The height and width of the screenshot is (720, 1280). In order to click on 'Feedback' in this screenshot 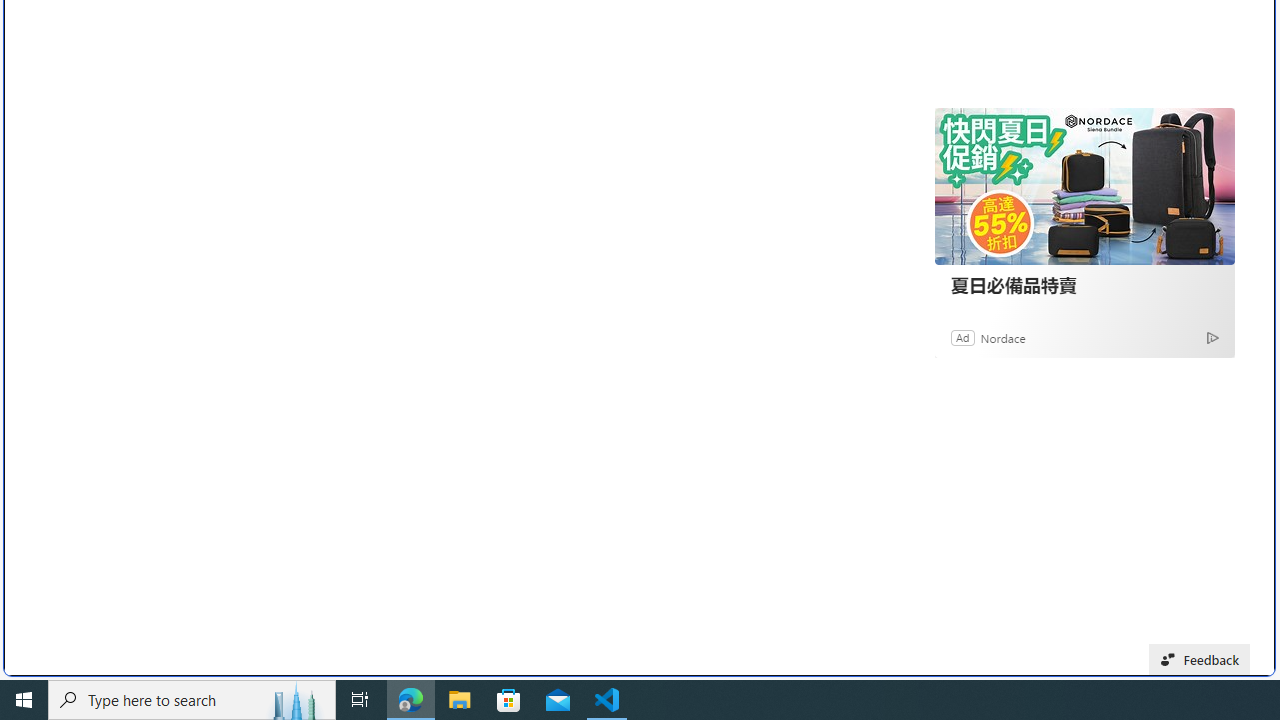, I will do `click(1200, 659)`.